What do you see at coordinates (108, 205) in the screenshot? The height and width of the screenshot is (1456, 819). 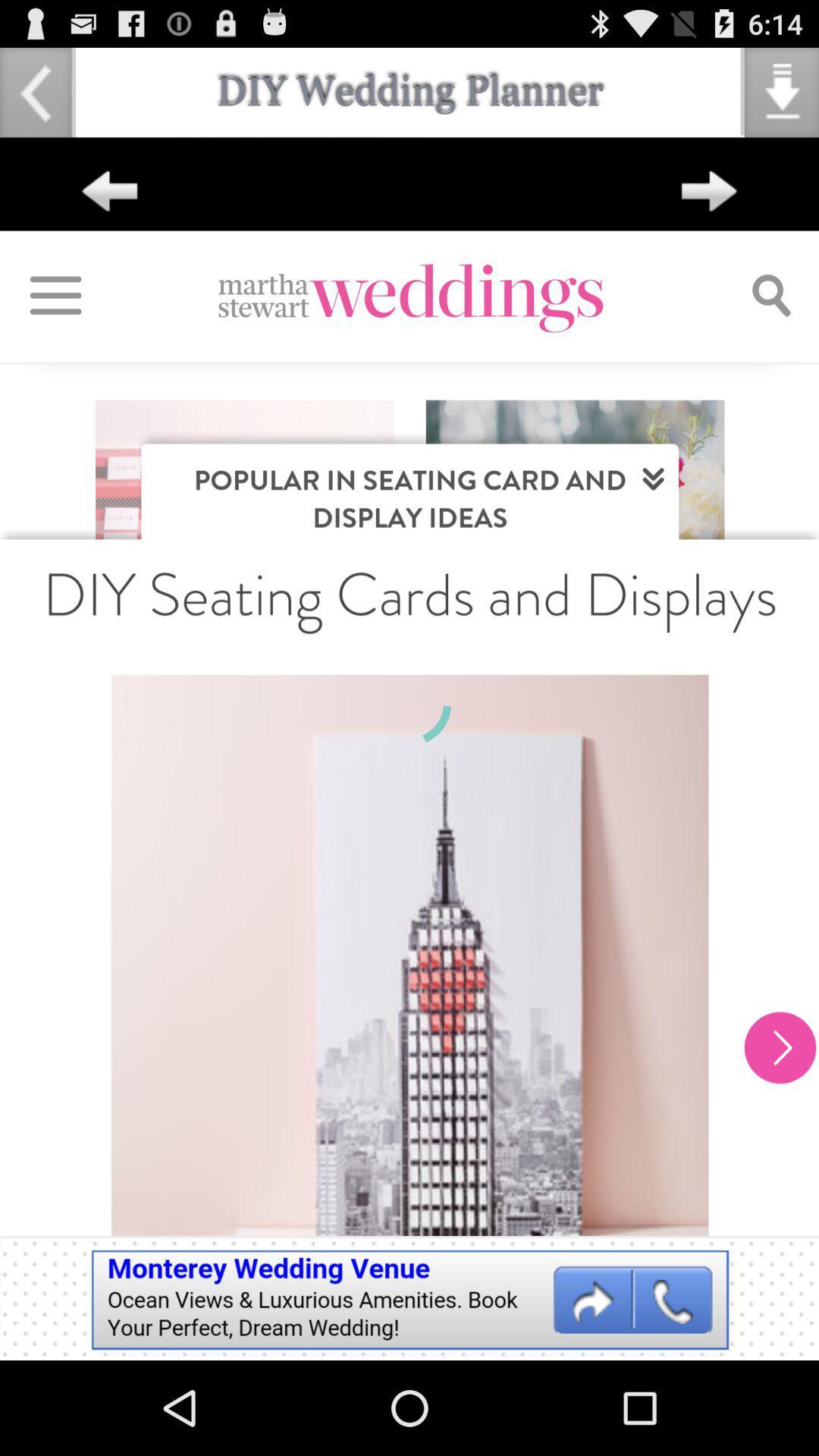 I see `the arrow_backward icon` at bounding box center [108, 205].